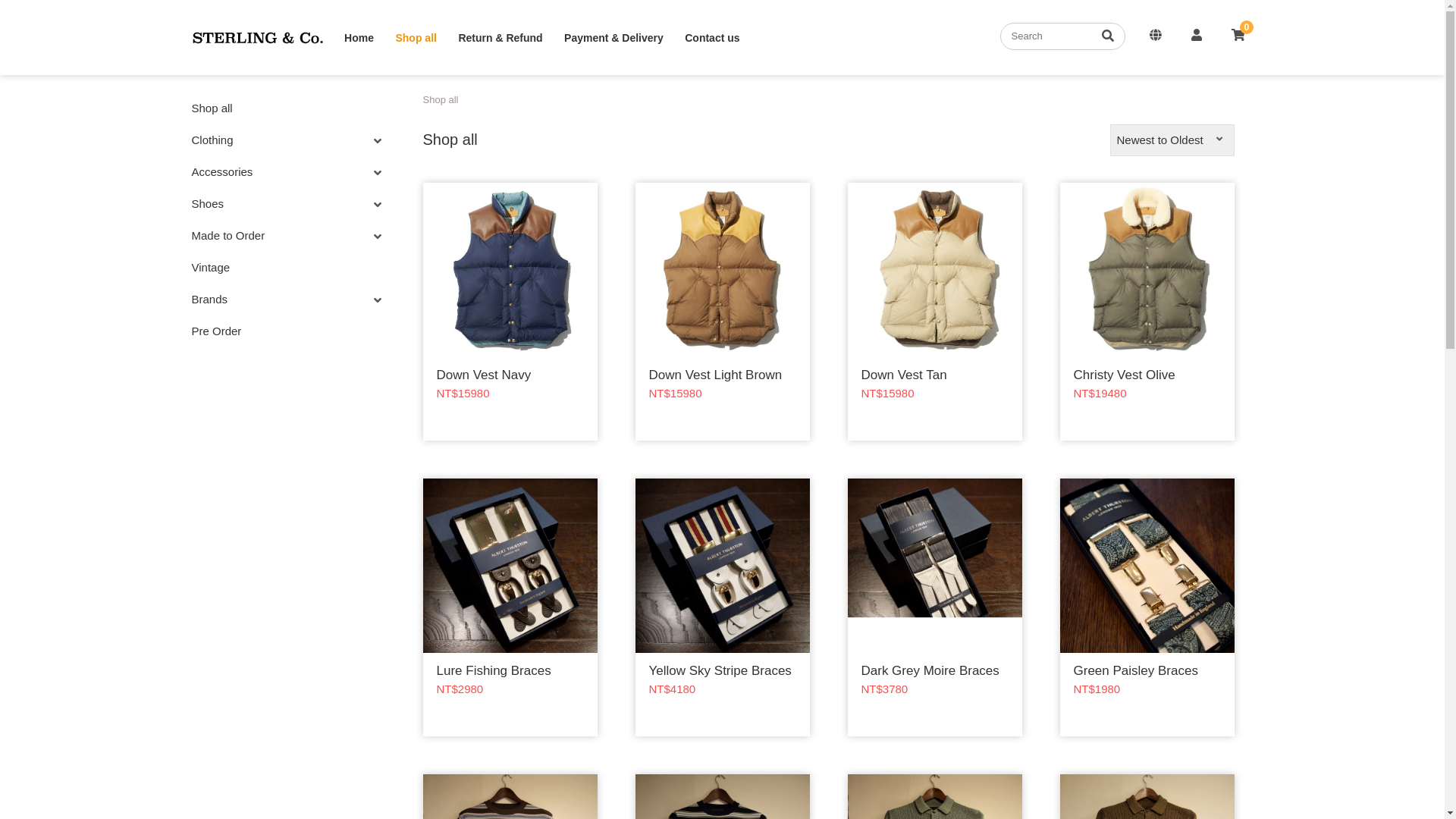 Image resolution: width=1456 pixels, height=819 pixels. What do you see at coordinates (1147, 607) in the screenshot?
I see `'Green Paisley Braces` at bounding box center [1147, 607].